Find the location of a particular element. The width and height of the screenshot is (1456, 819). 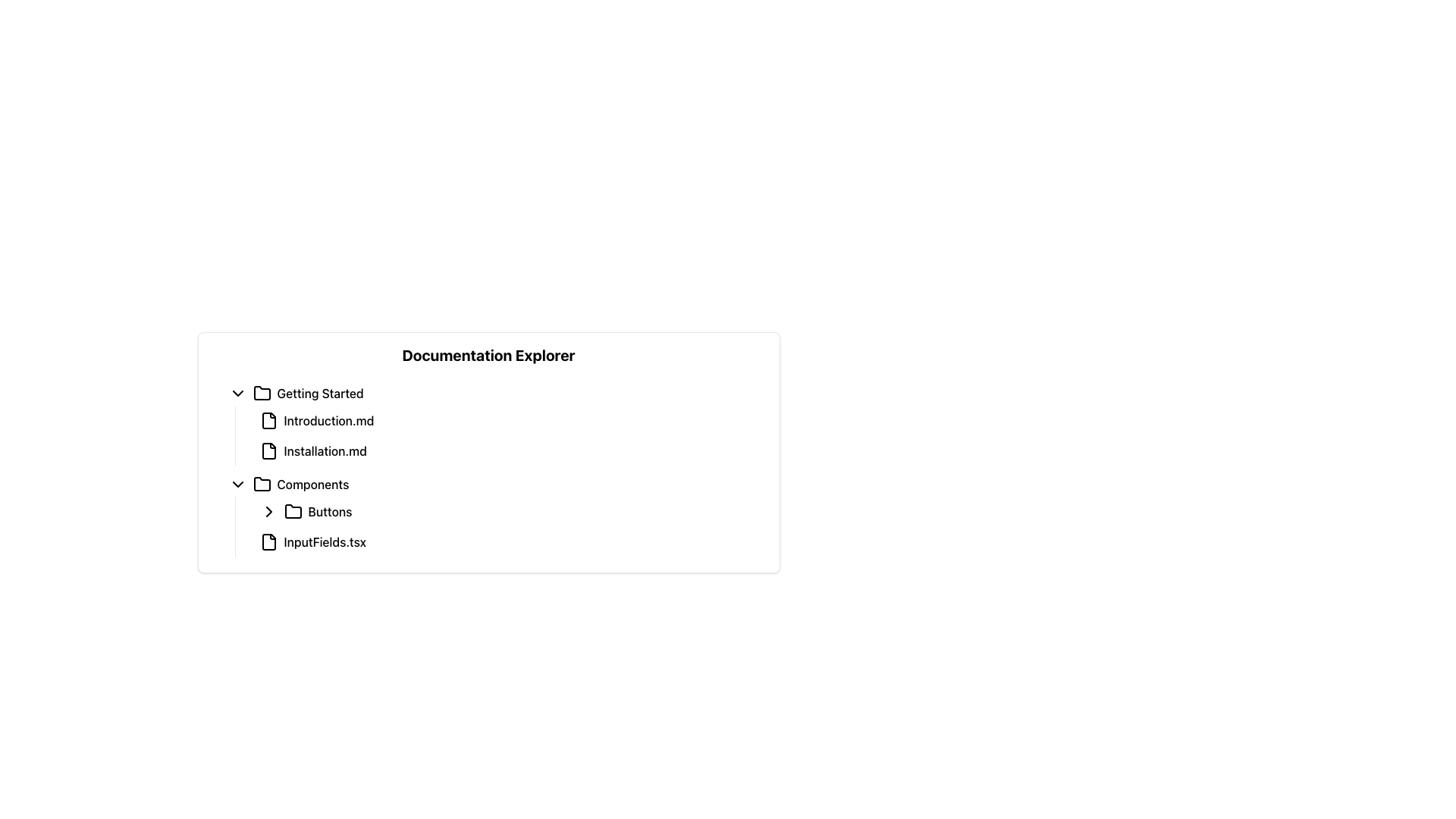

the 'Getting Started' folder item in the navigation tree is located at coordinates (307, 393).